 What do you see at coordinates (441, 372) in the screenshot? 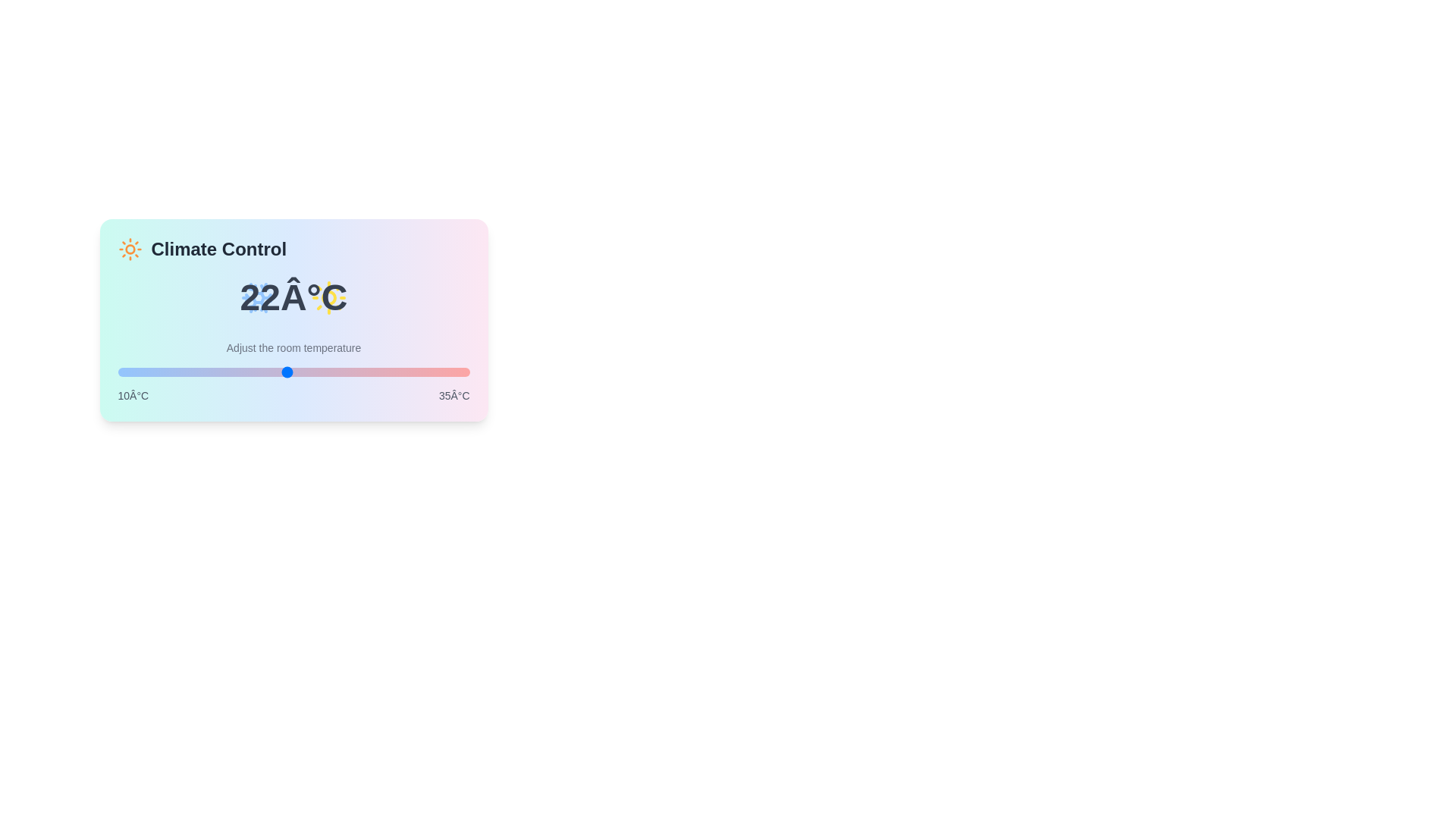
I see `the temperature to 33°C using the slider` at bounding box center [441, 372].